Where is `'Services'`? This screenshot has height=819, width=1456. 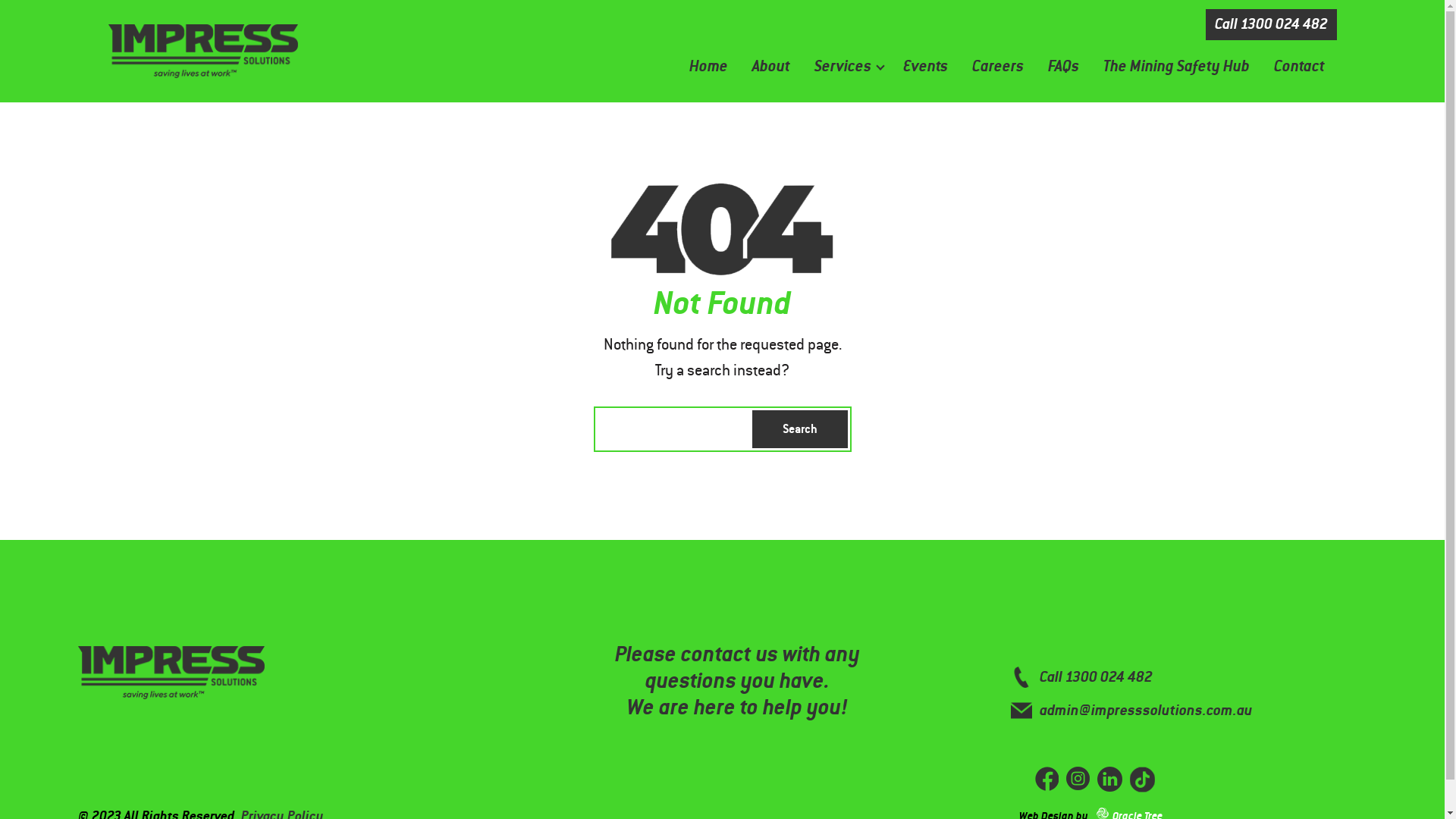
'Services' is located at coordinates (814, 65).